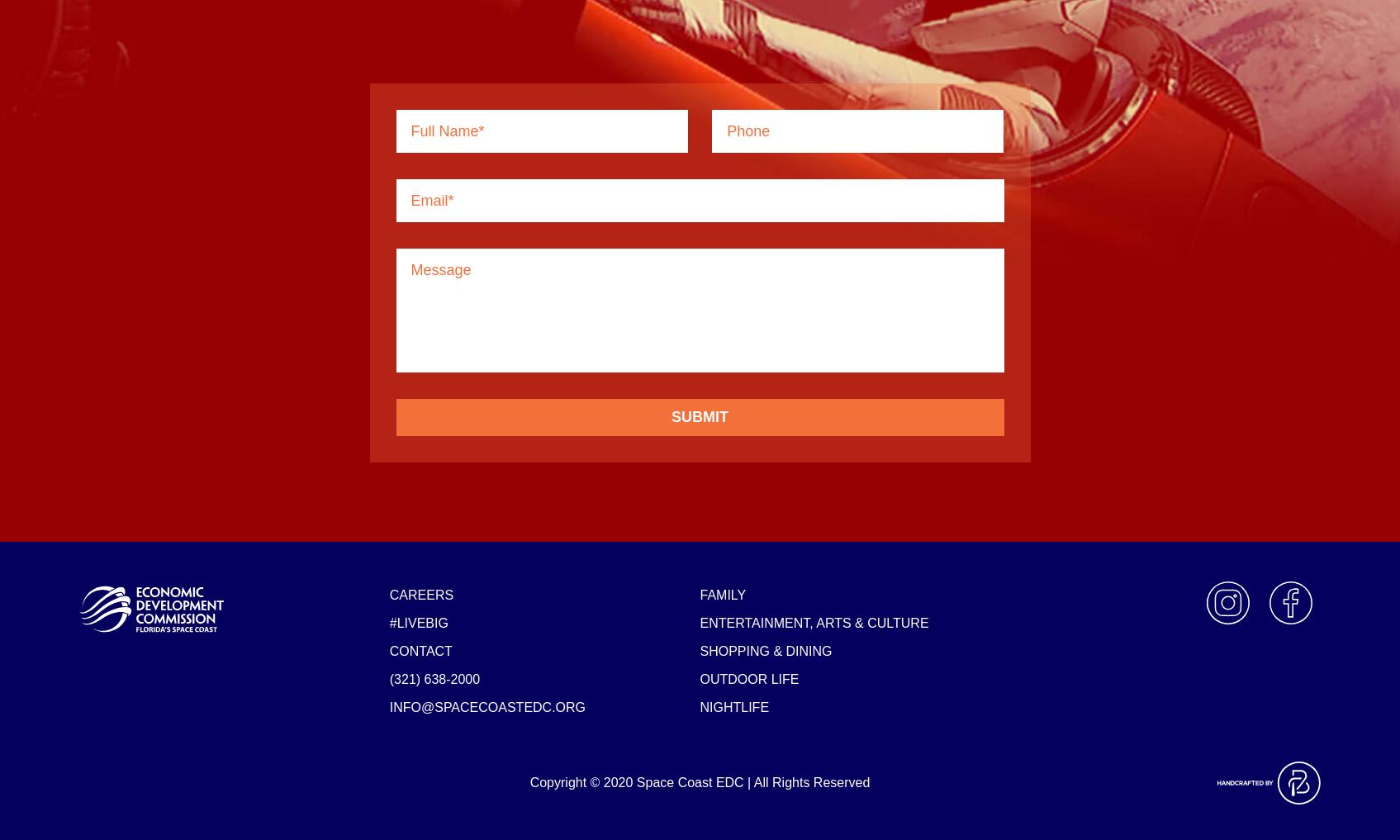 This screenshot has height=840, width=1400. Describe the element at coordinates (434, 677) in the screenshot. I see `'(321) 638-2000'` at that location.